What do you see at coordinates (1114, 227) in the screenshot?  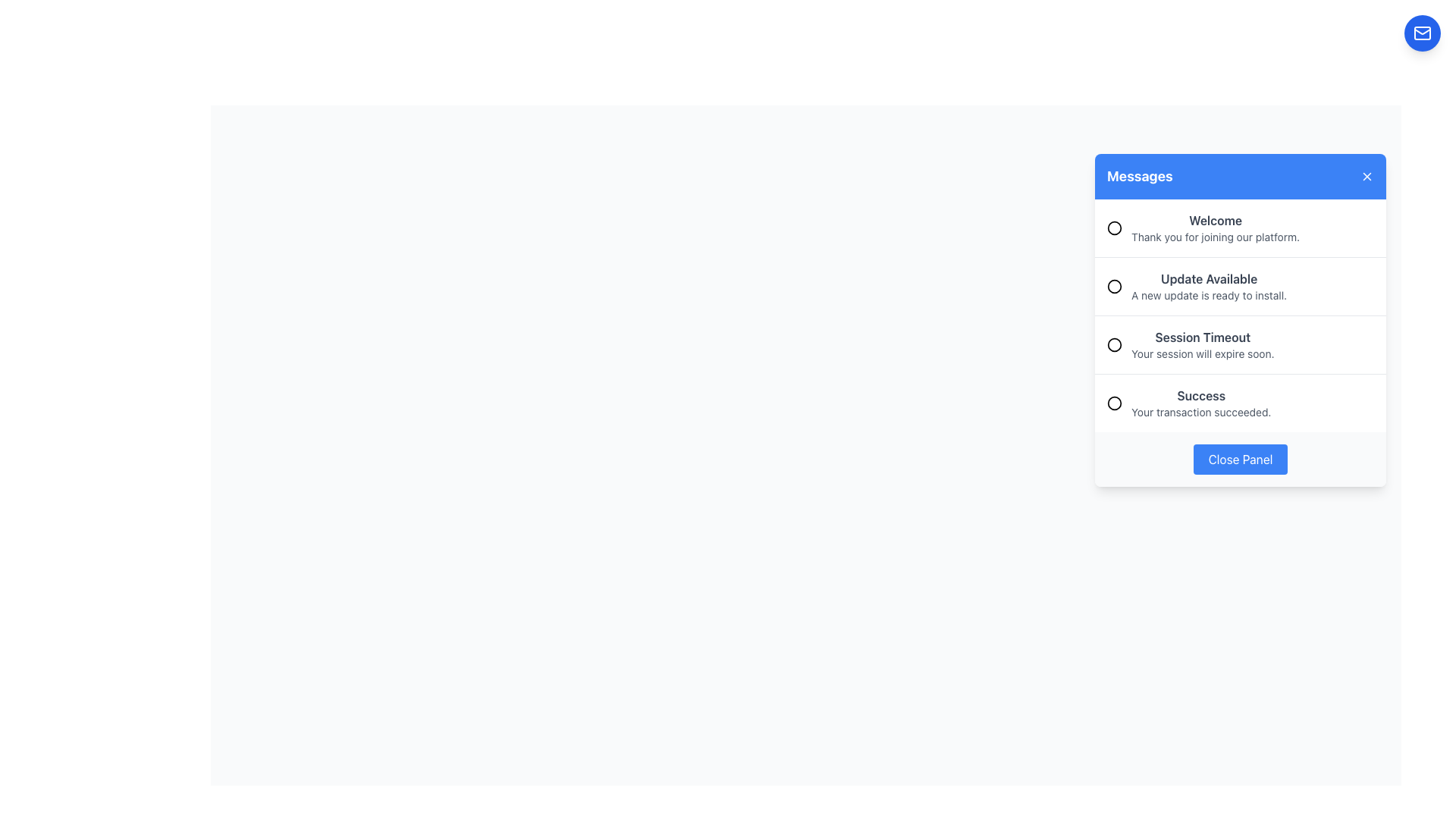 I see `the Circle (SVG Element) that serves as an icon or status indicator for the first message item in the 'Messages' panel, located to the left of the 'Welcome' message` at bounding box center [1114, 227].